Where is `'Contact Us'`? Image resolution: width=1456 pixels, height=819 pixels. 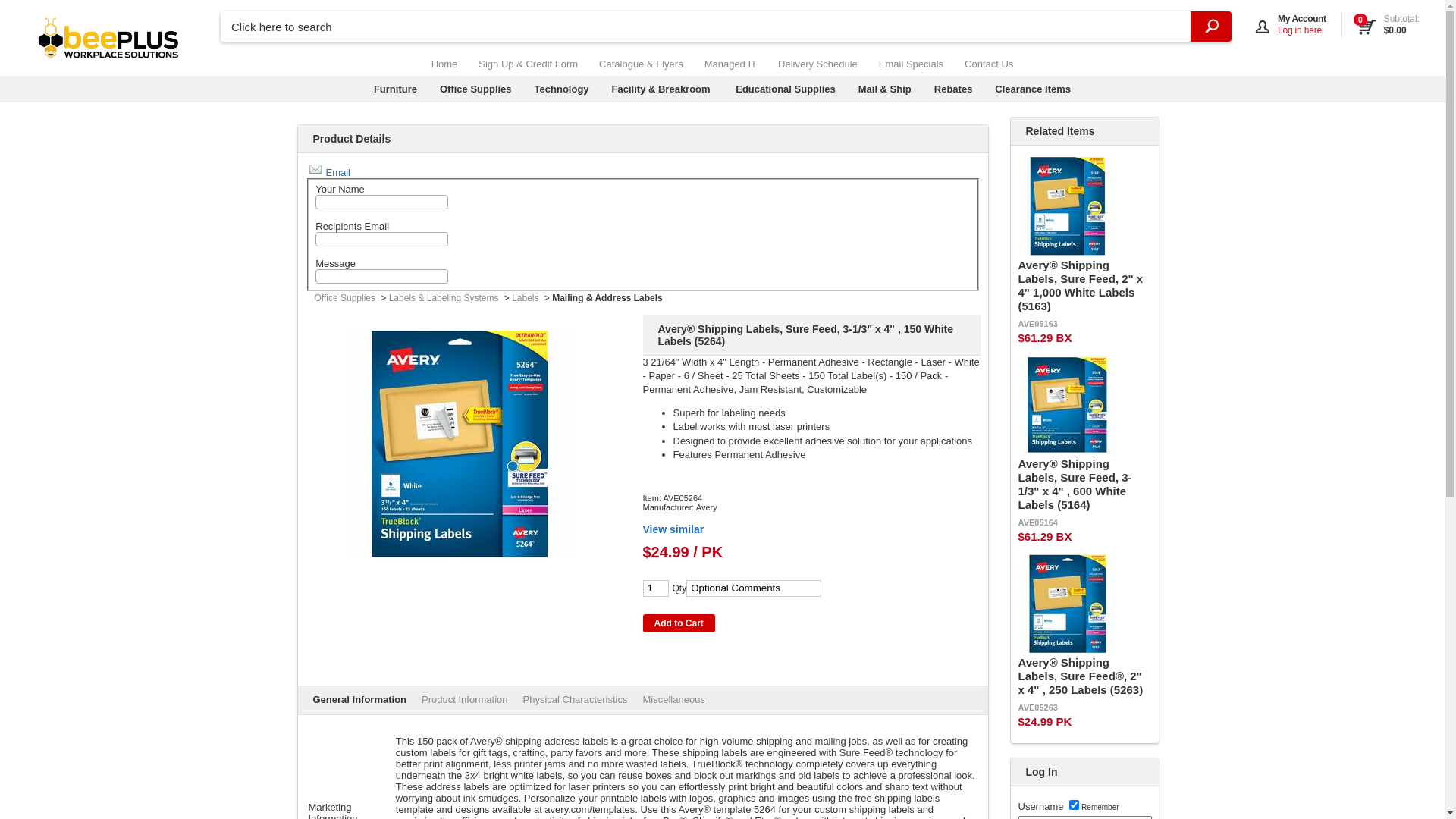
'Contact Us' is located at coordinates (989, 63).